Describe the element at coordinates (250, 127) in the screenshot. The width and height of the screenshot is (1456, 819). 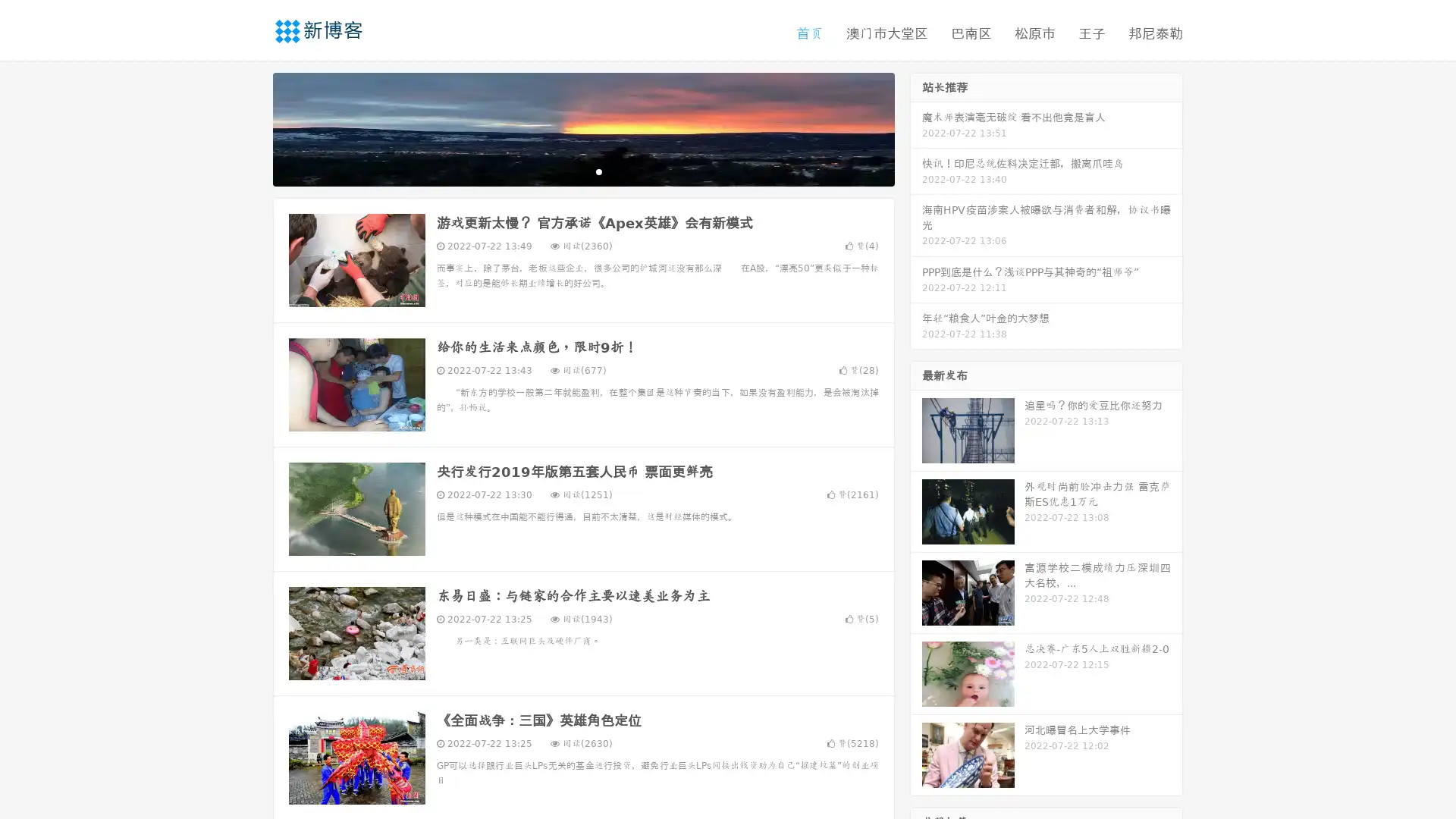
I see `Previous slide` at that location.